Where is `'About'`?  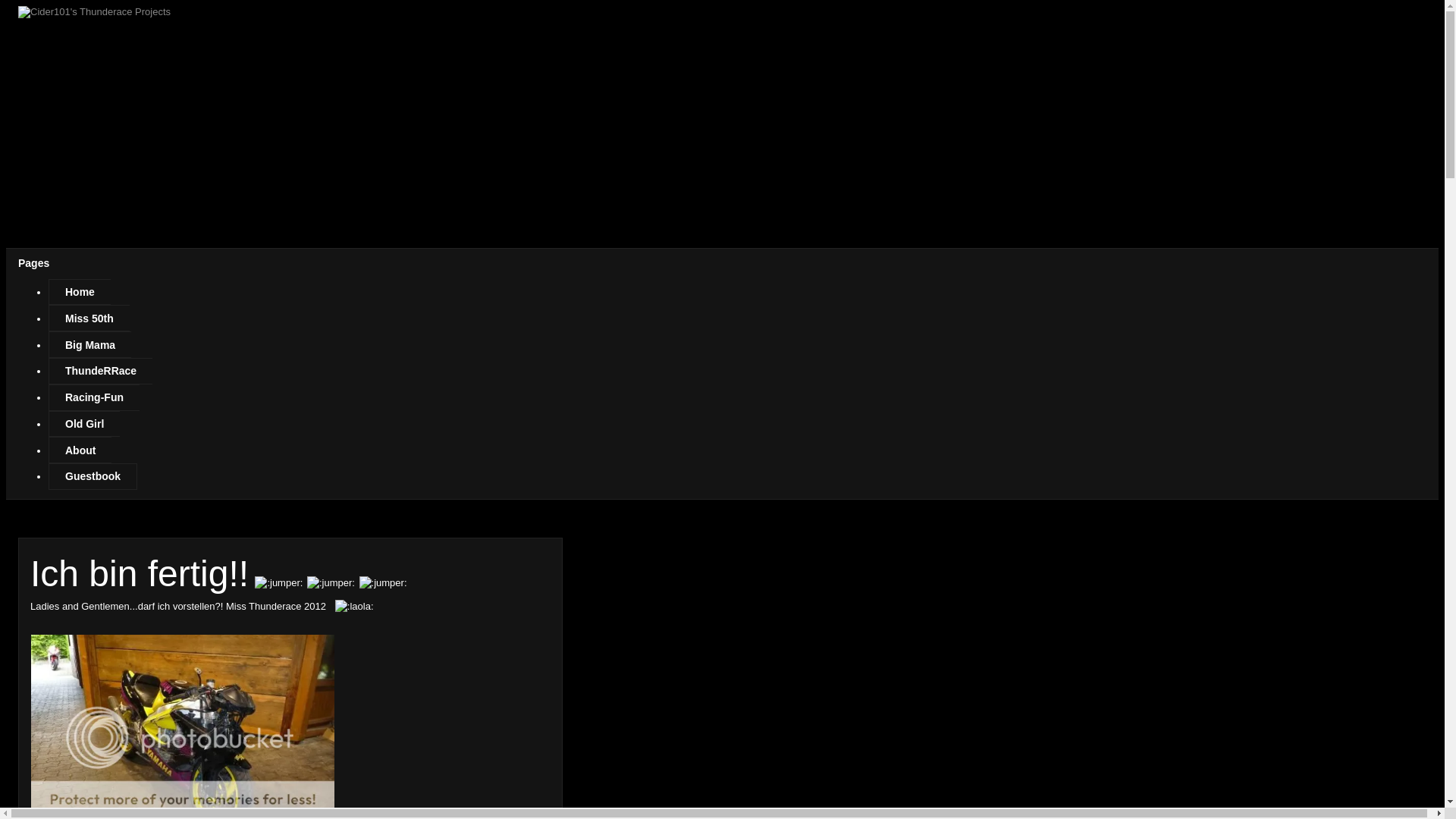 'About' is located at coordinates (48, 449).